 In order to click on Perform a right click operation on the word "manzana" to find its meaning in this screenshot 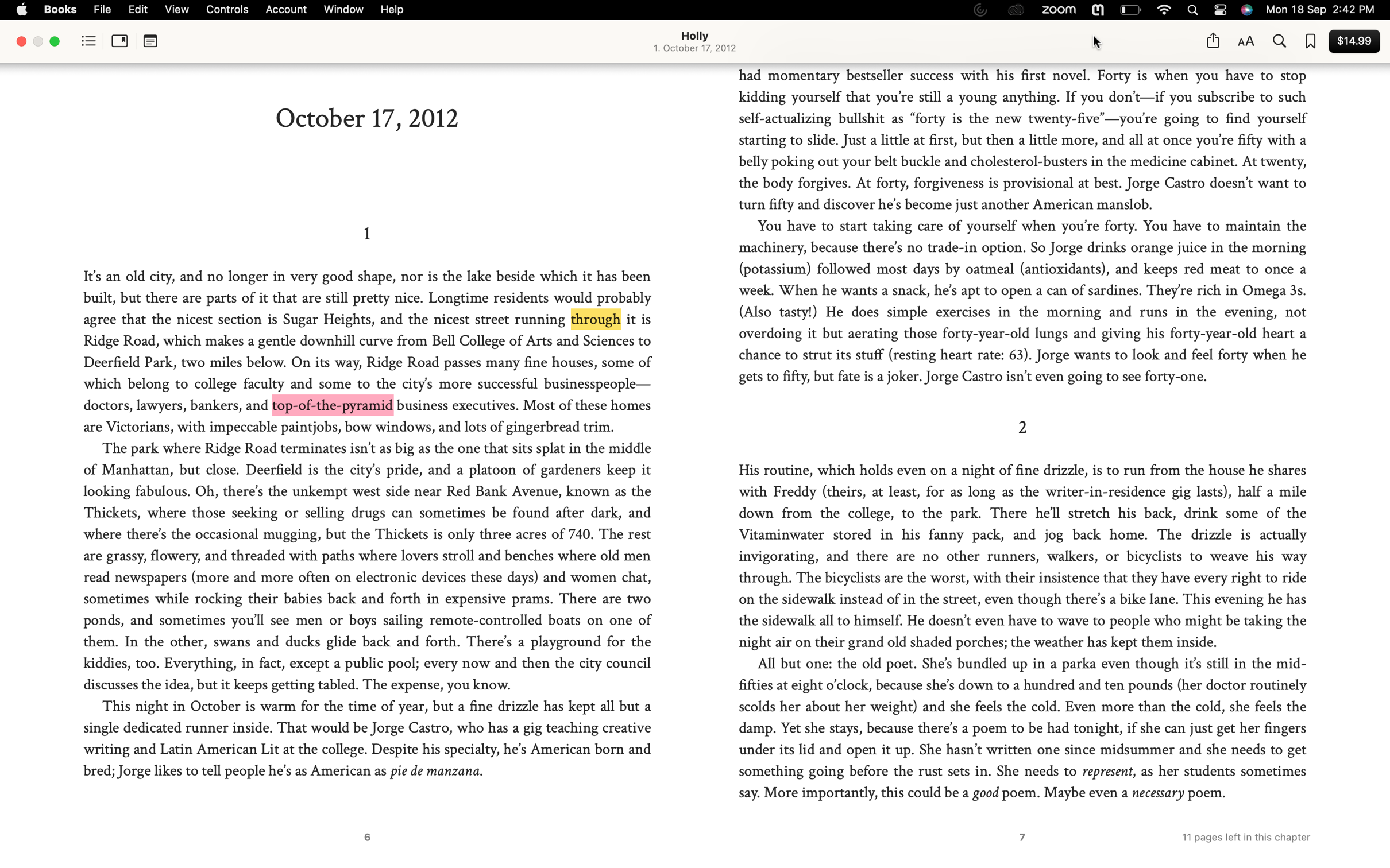, I will do `click(477, 770)`.